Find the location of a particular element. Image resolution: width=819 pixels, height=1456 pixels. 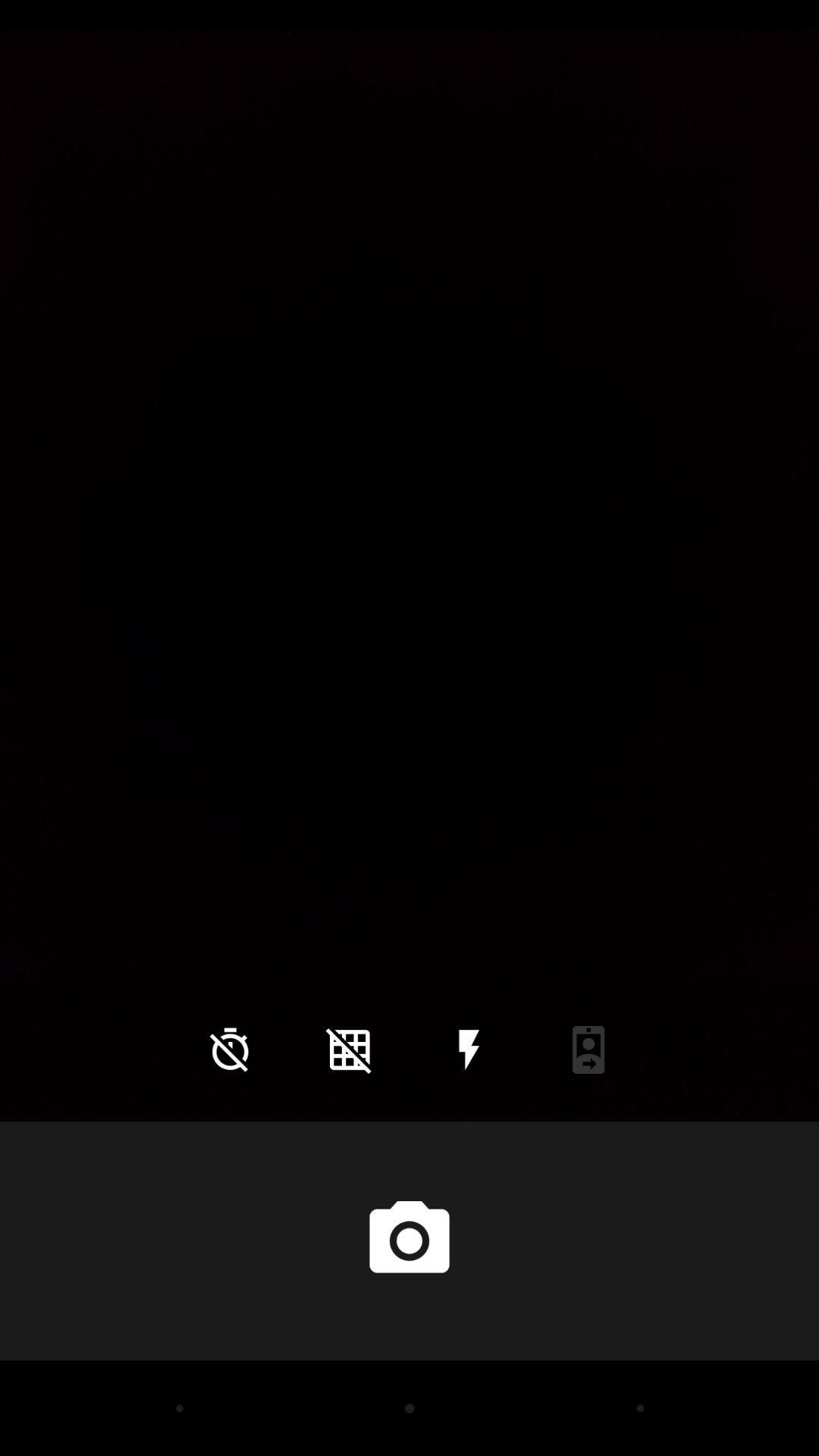

the time icon is located at coordinates (230, 1049).